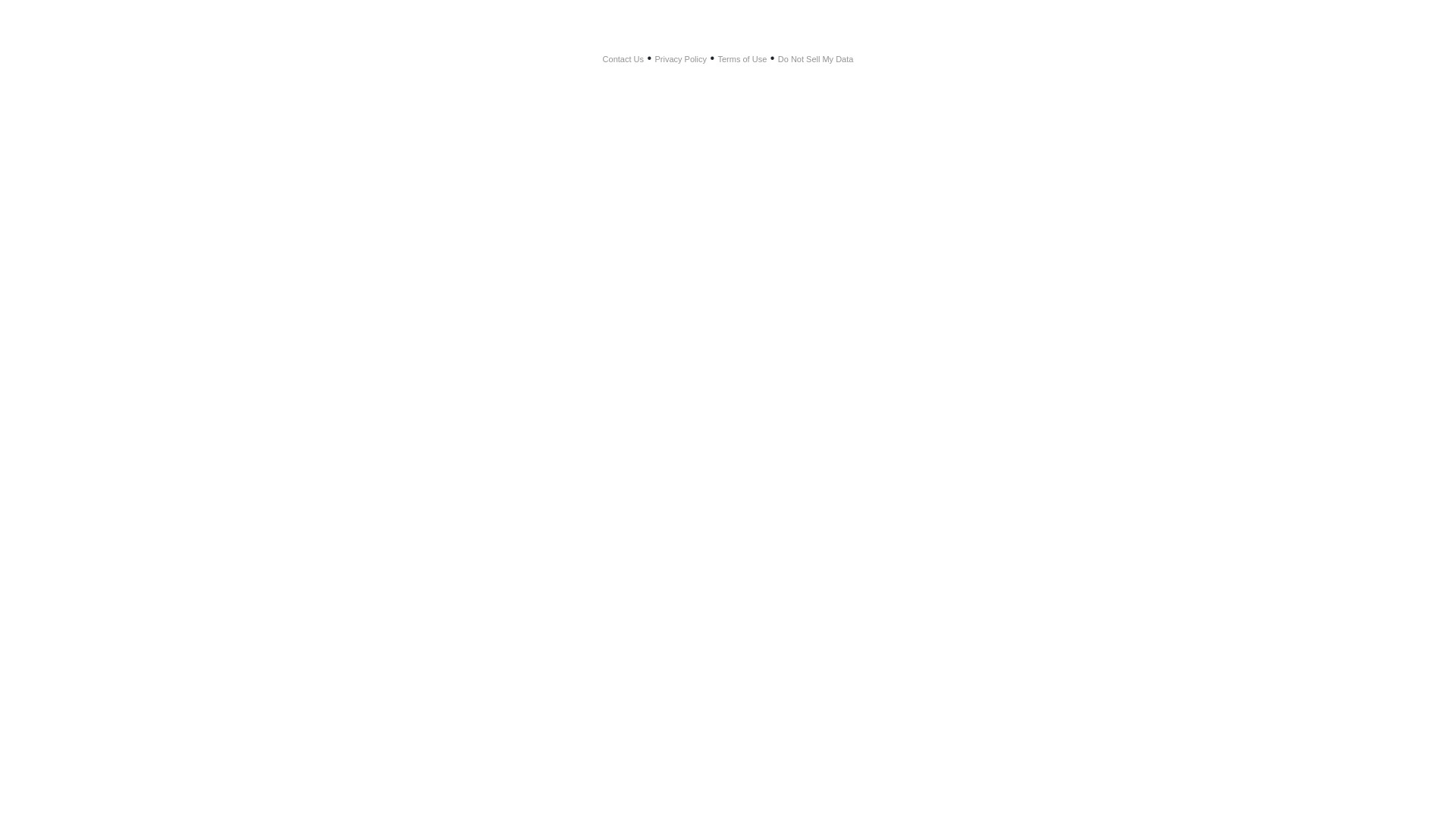  What do you see at coordinates (623, 58) in the screenshot?
I see `'Contact Us'` at bounding box center [623, 58].